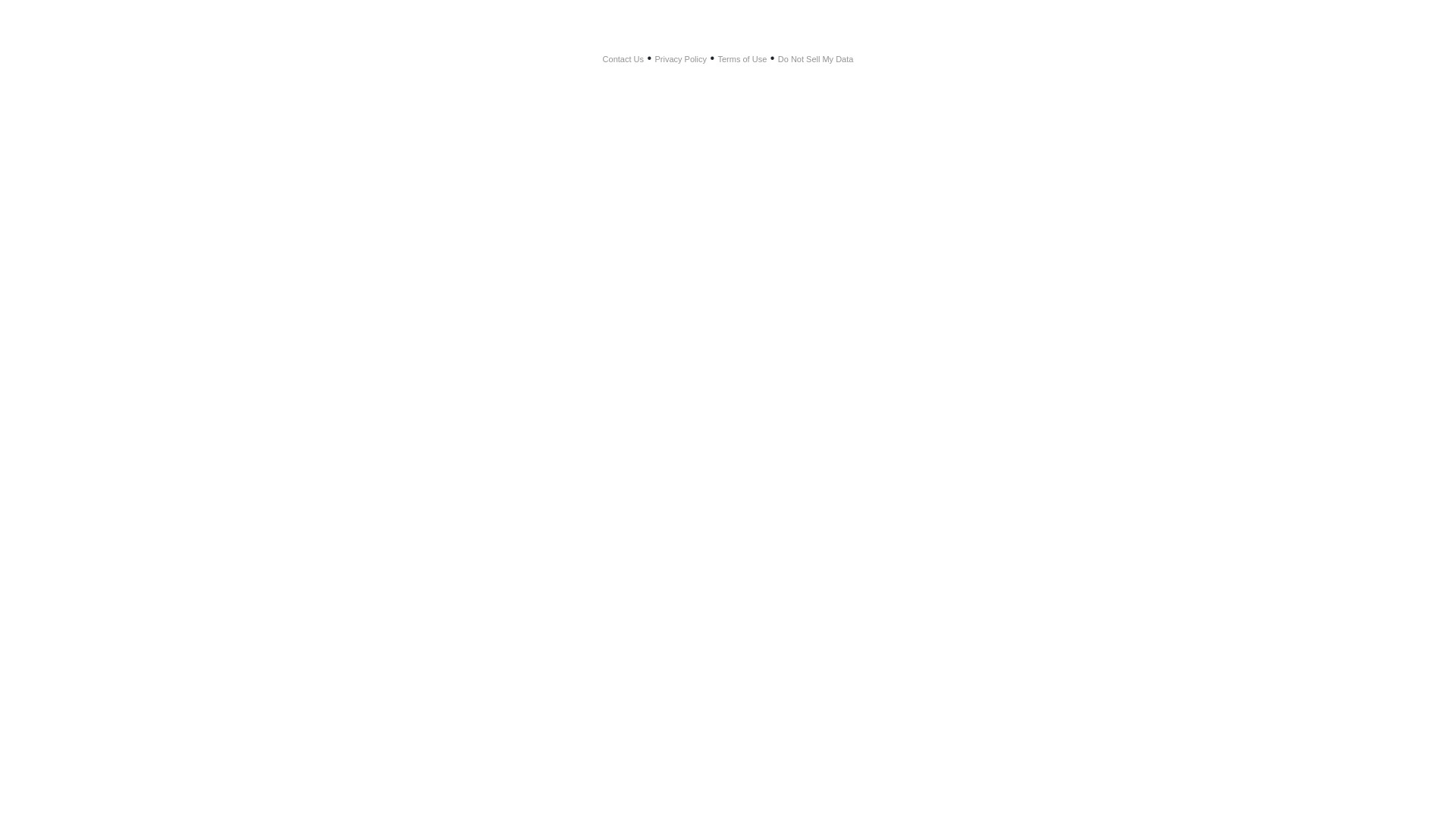  What do you see at coordinates (623, 58) in the screenshot?
I see `'Contact Us'` at bounding box center [623, 58].